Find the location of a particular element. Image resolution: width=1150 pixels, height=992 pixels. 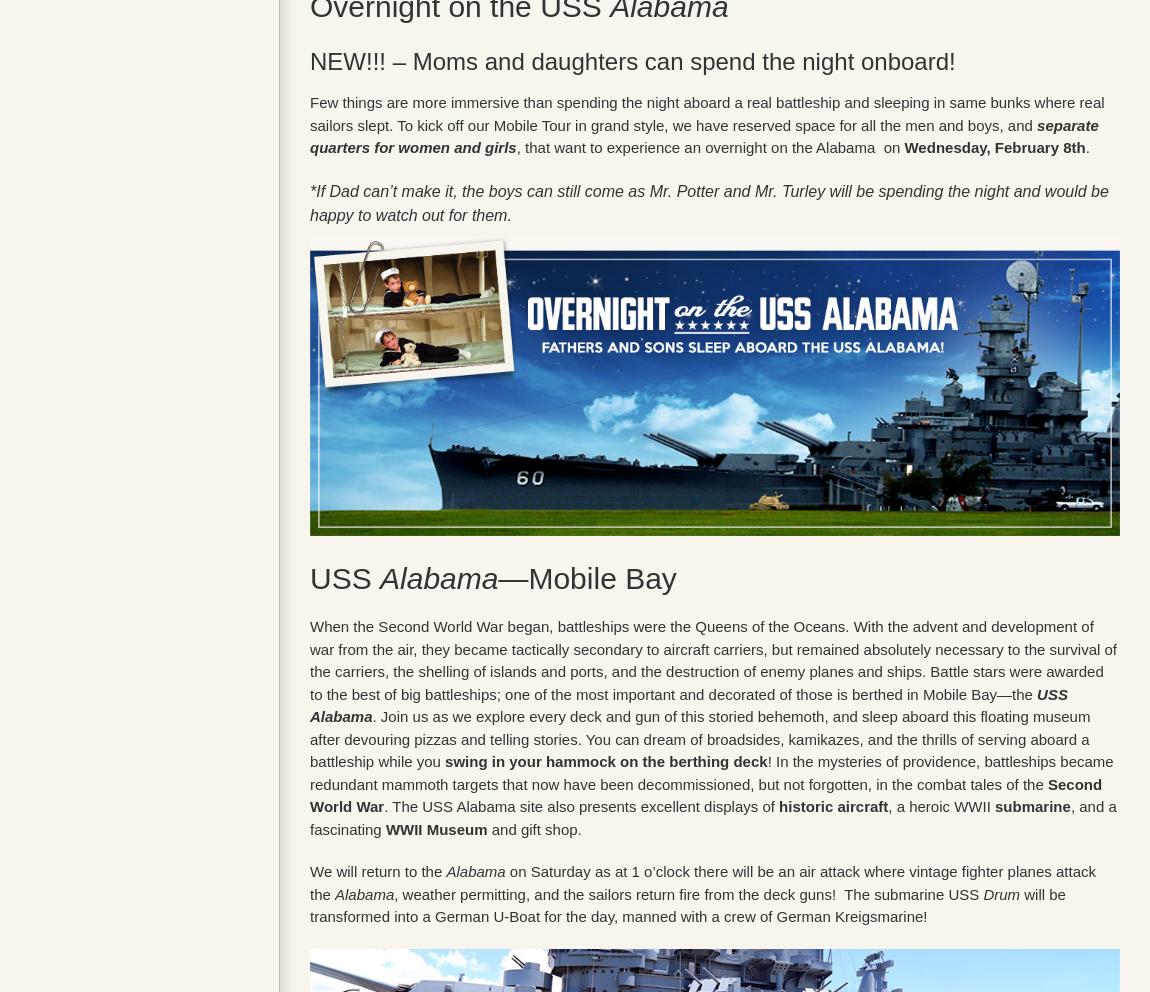

'—Mobile Bay' is located at coordinates (497, 578).